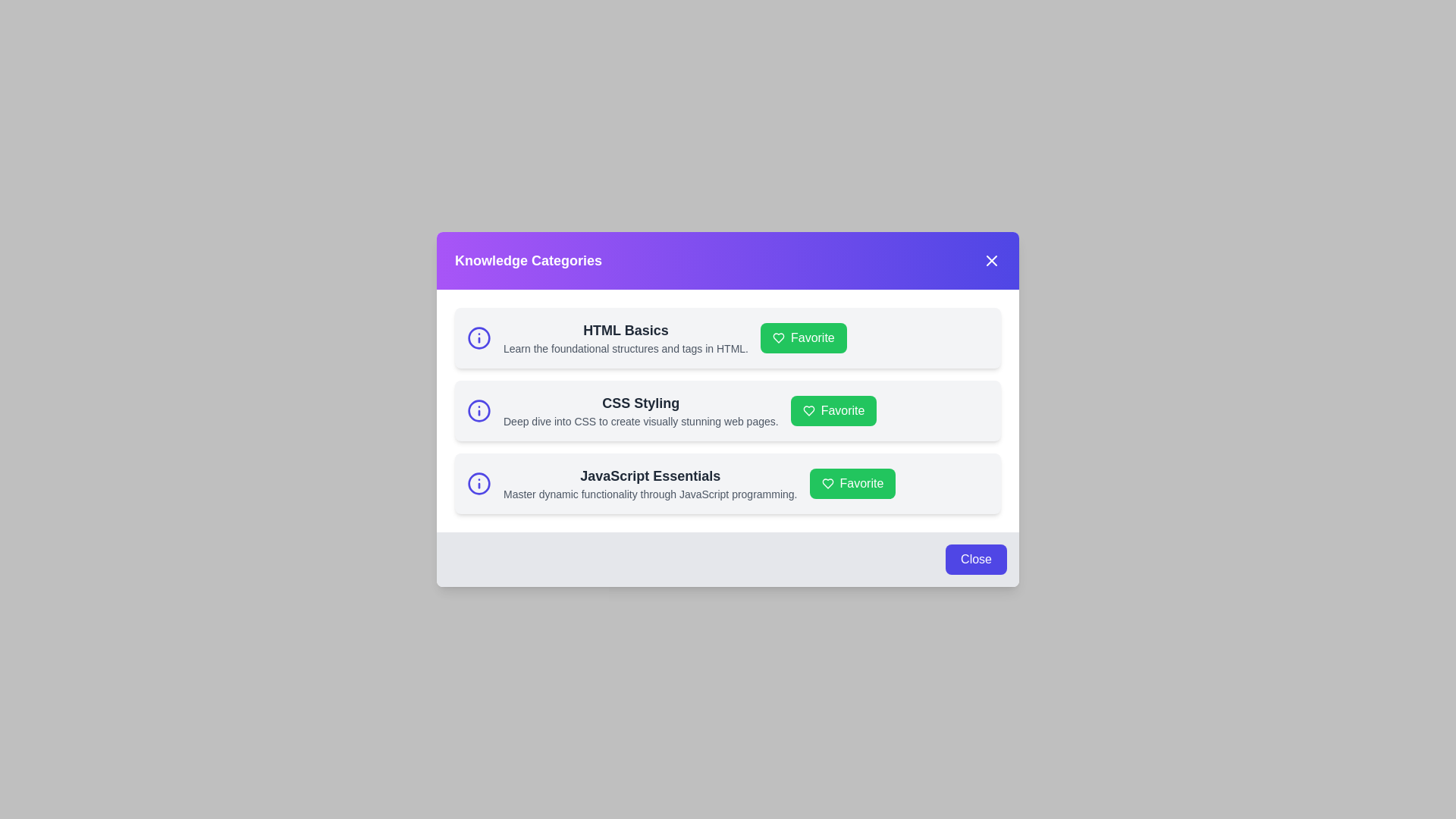 This screenshot has width=1456, height=819. Describe the element at coordinates (779, 337) in the screenshot. I see `the 'Favorite' icon located to the right of the category's name and description` at that location.